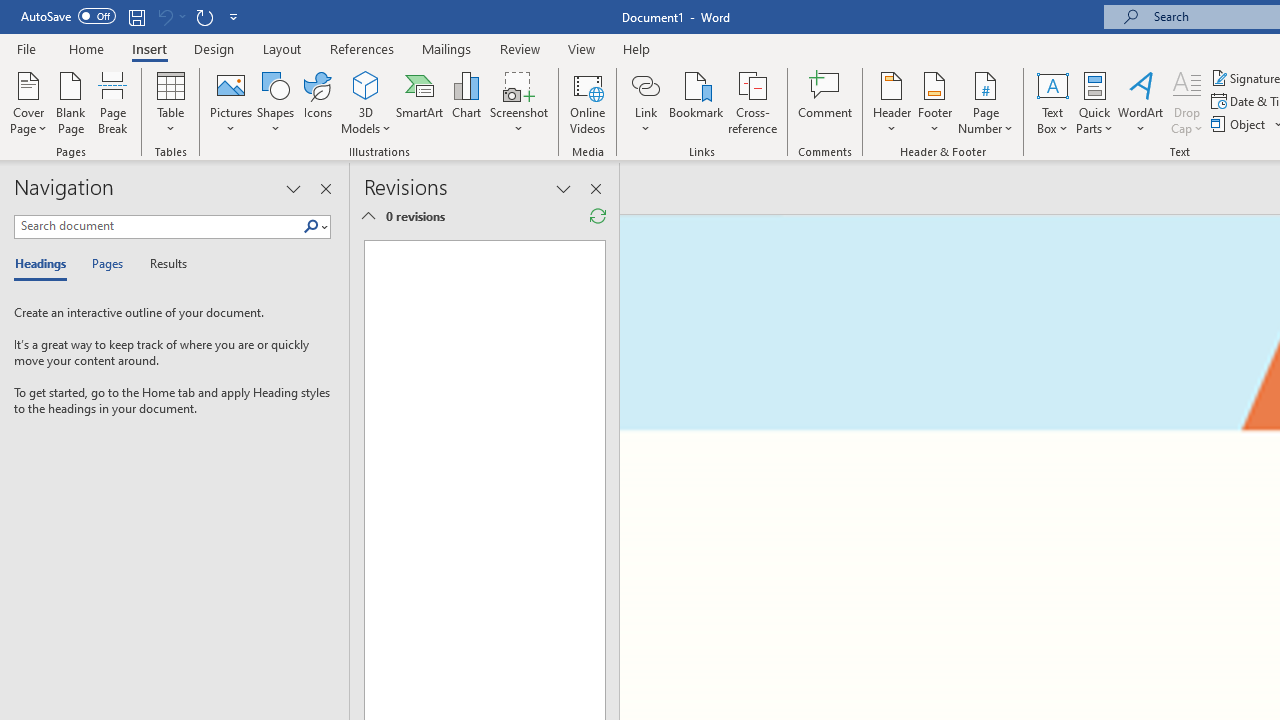  What do you see at coordinates (645, 103) in the screenshot?
I see `'Link'` at bounding box center [645, 103].